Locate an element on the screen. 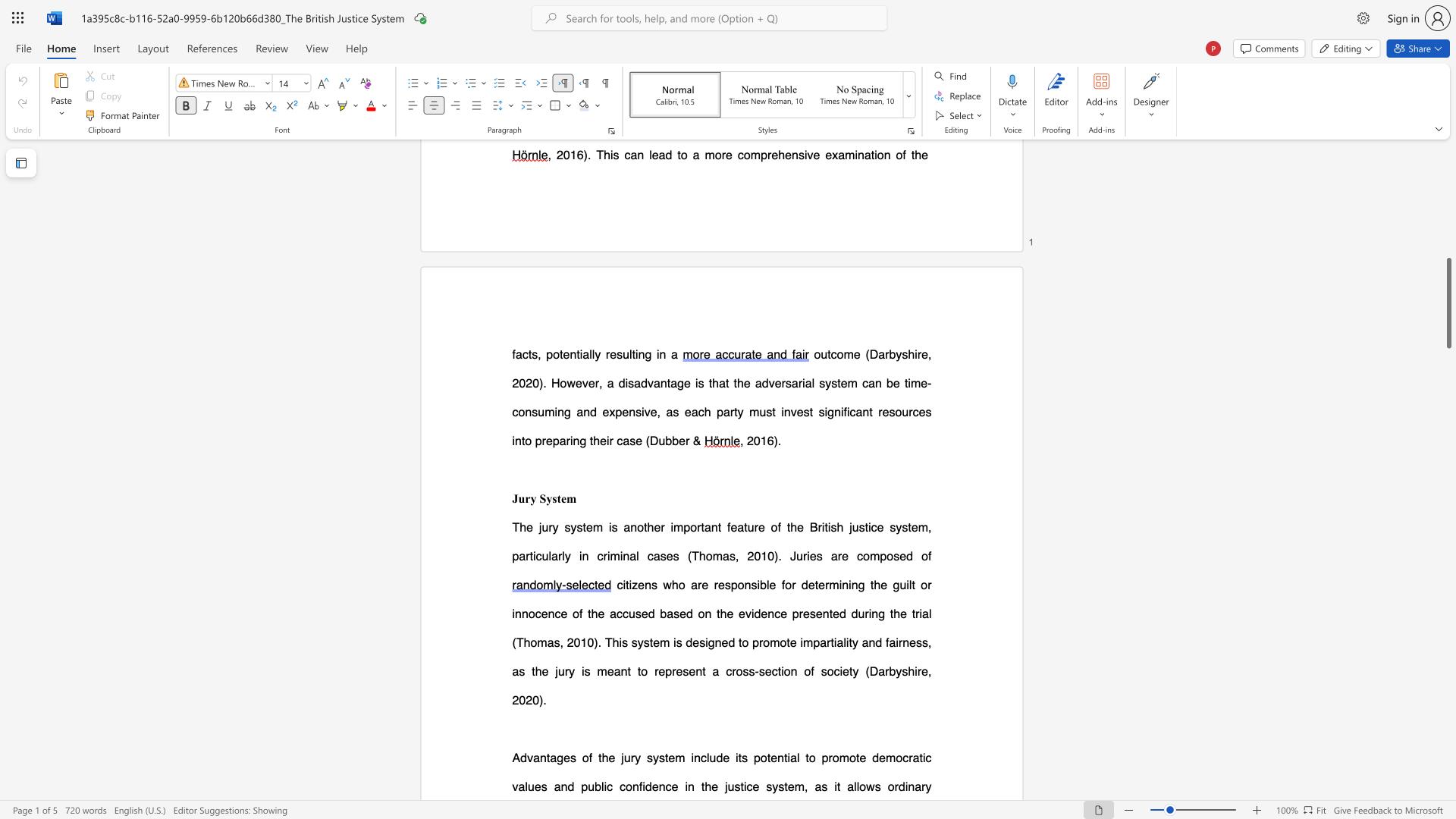 This screenshot has width=1456, height=819. the subset text "(Thomas, 2010). Juri" within the text "The jury system is another important feature of the British justice system, particularly in criminal cases (Thomas, 2010). Juries are composed of" is located at coordinates (686, 556).